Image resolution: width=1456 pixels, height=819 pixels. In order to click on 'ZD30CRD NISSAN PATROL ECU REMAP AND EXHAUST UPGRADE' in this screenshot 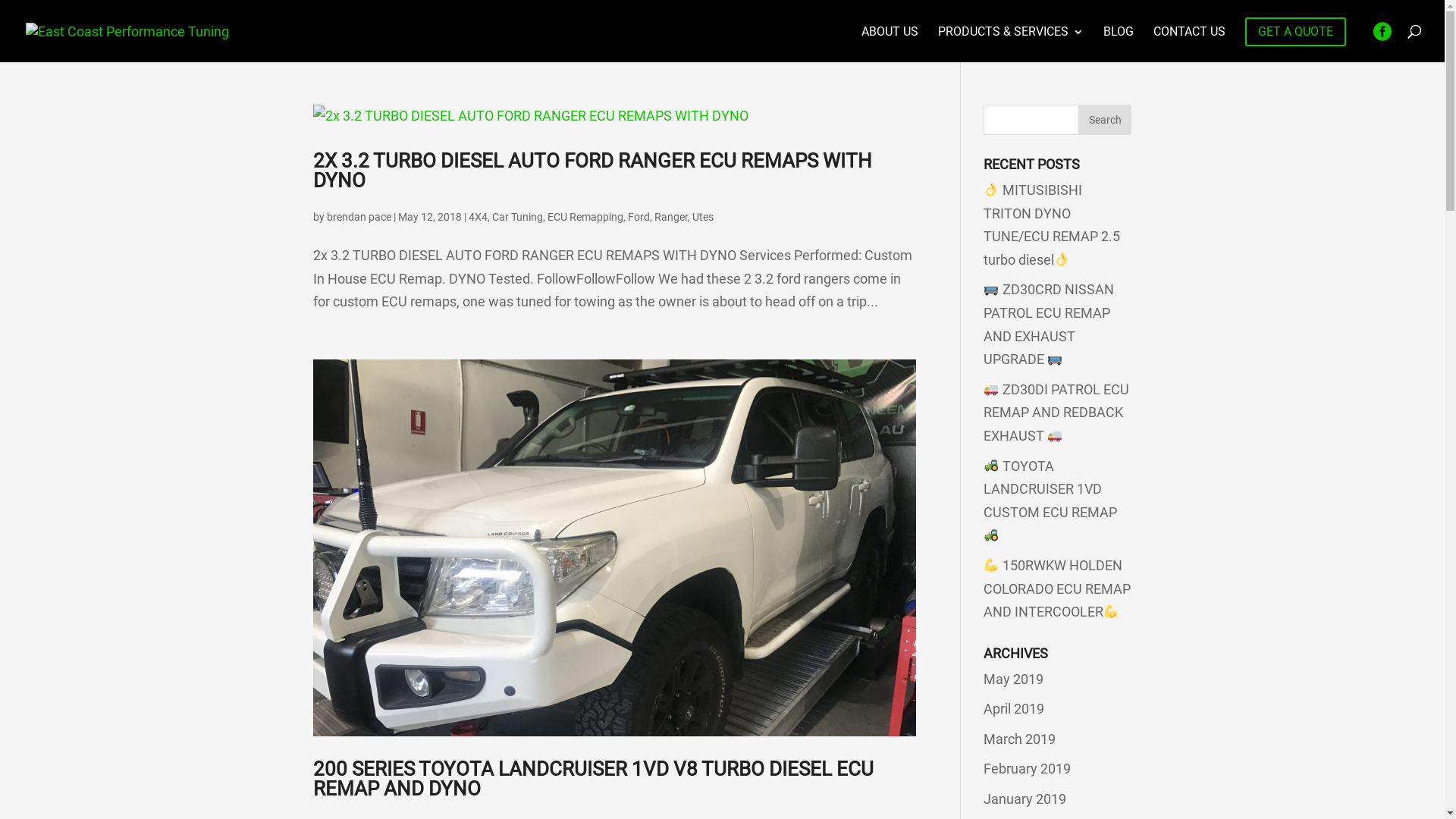, I will do `click(1047, 323)`.